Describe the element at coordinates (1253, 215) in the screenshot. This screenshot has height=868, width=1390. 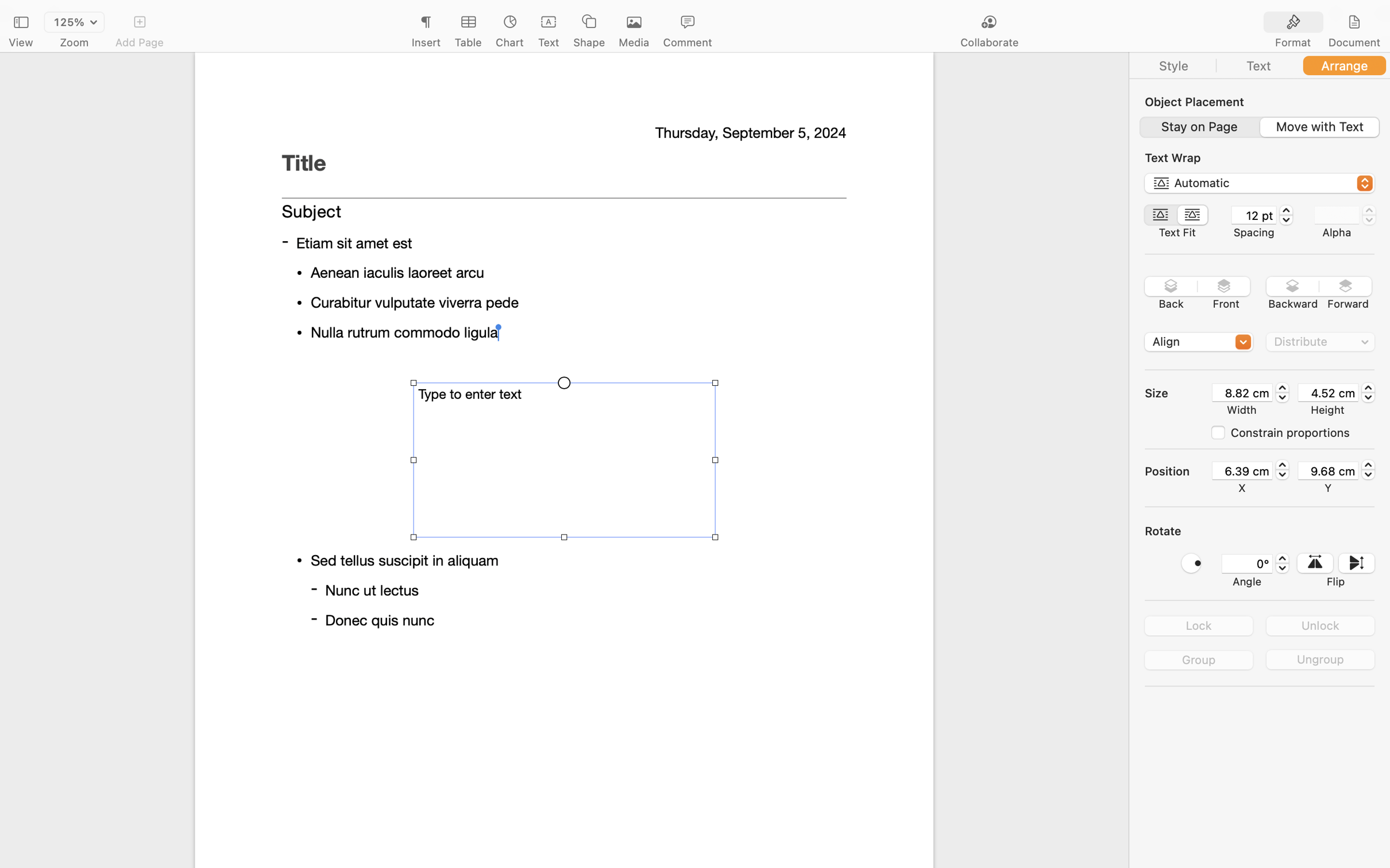
I see `'12 pt'` at that location.